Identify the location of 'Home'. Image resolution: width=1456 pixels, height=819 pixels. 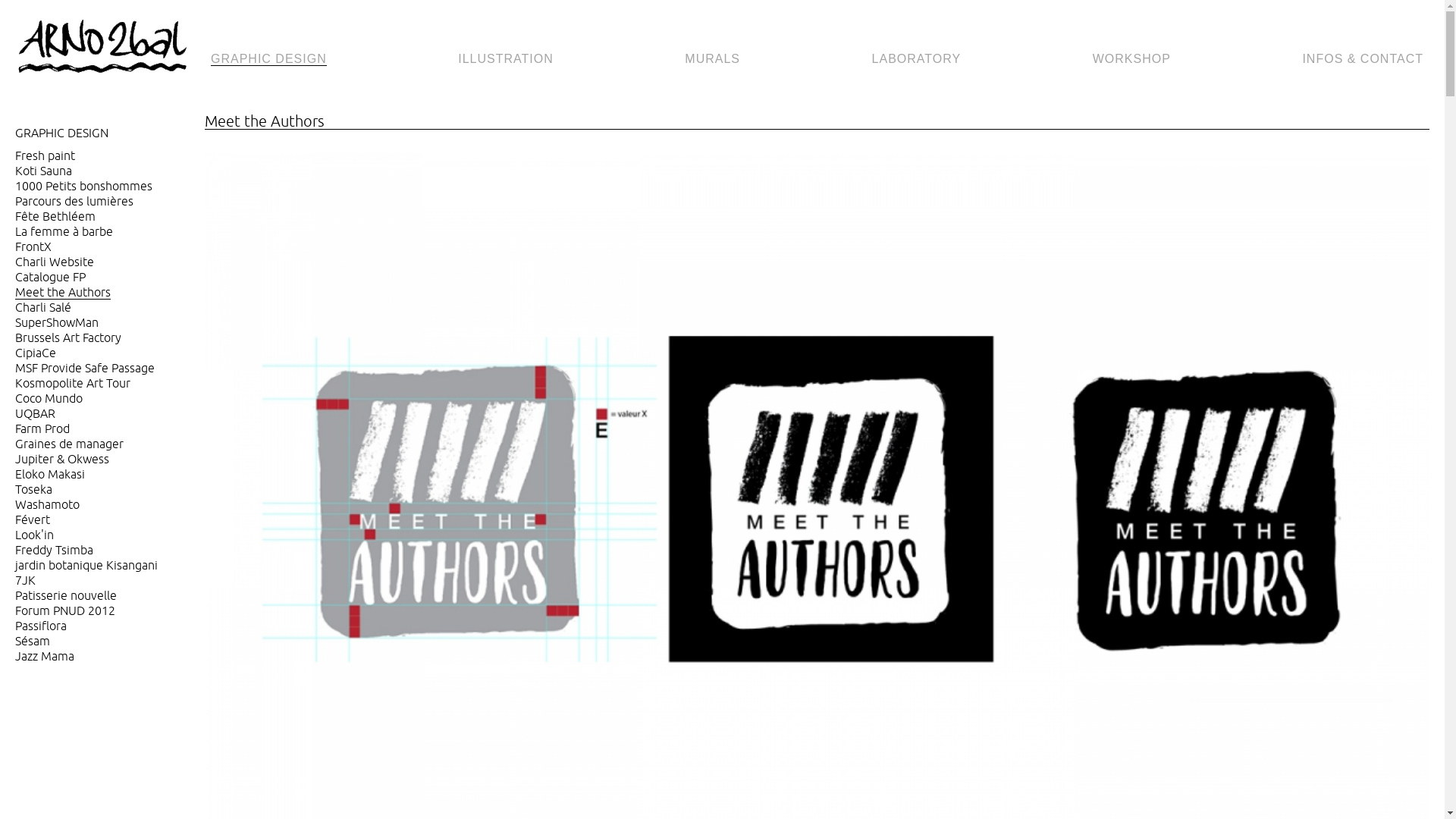
(108, 46).